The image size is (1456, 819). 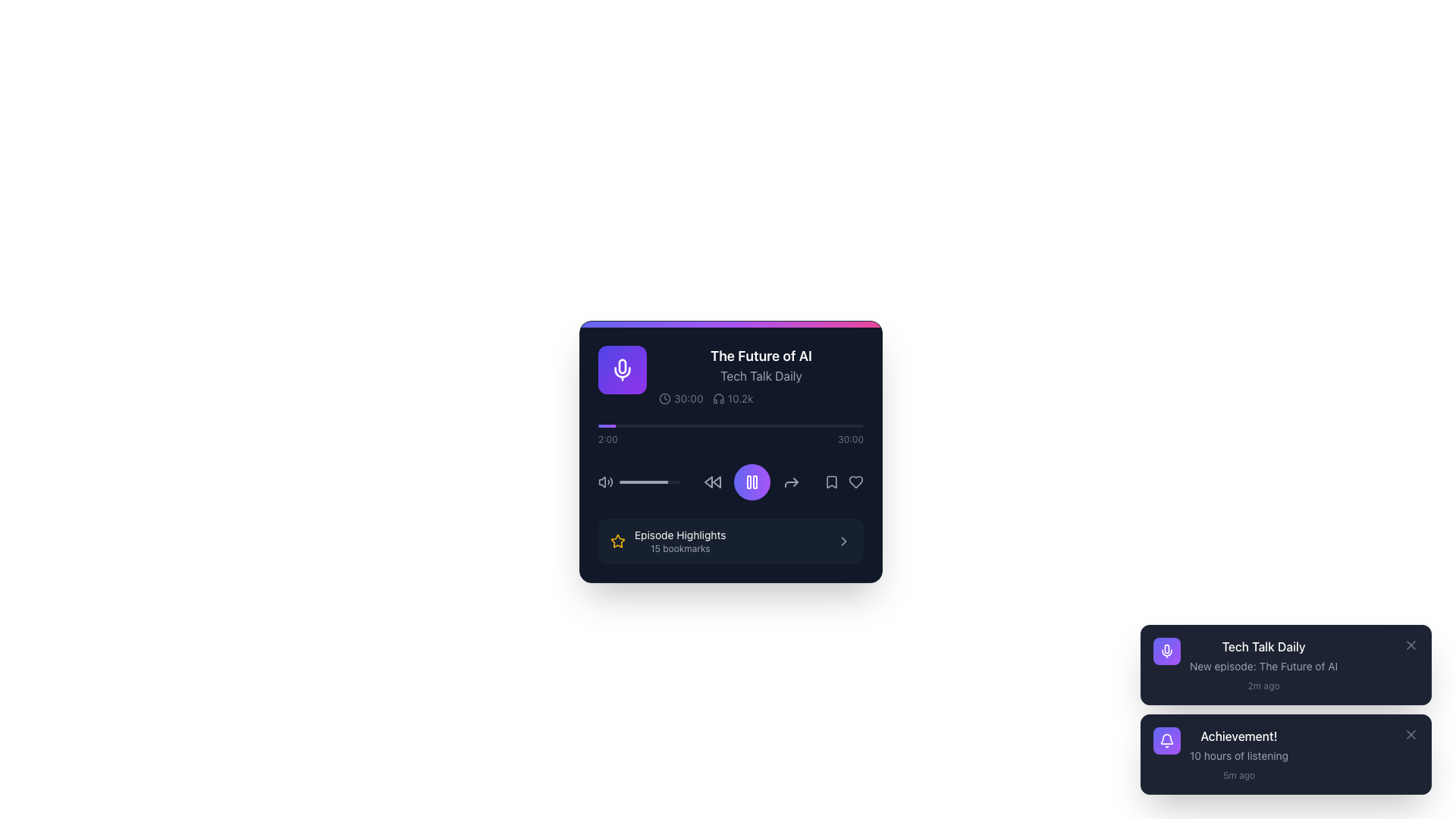 What do you see at coordinates (650, 482) in the screenshot?
I see `the progress bar located at the rightmost position in the horizontal arrangement, adjacent to the sound volume icon, to interact with it` at bounding box center [650, 482].